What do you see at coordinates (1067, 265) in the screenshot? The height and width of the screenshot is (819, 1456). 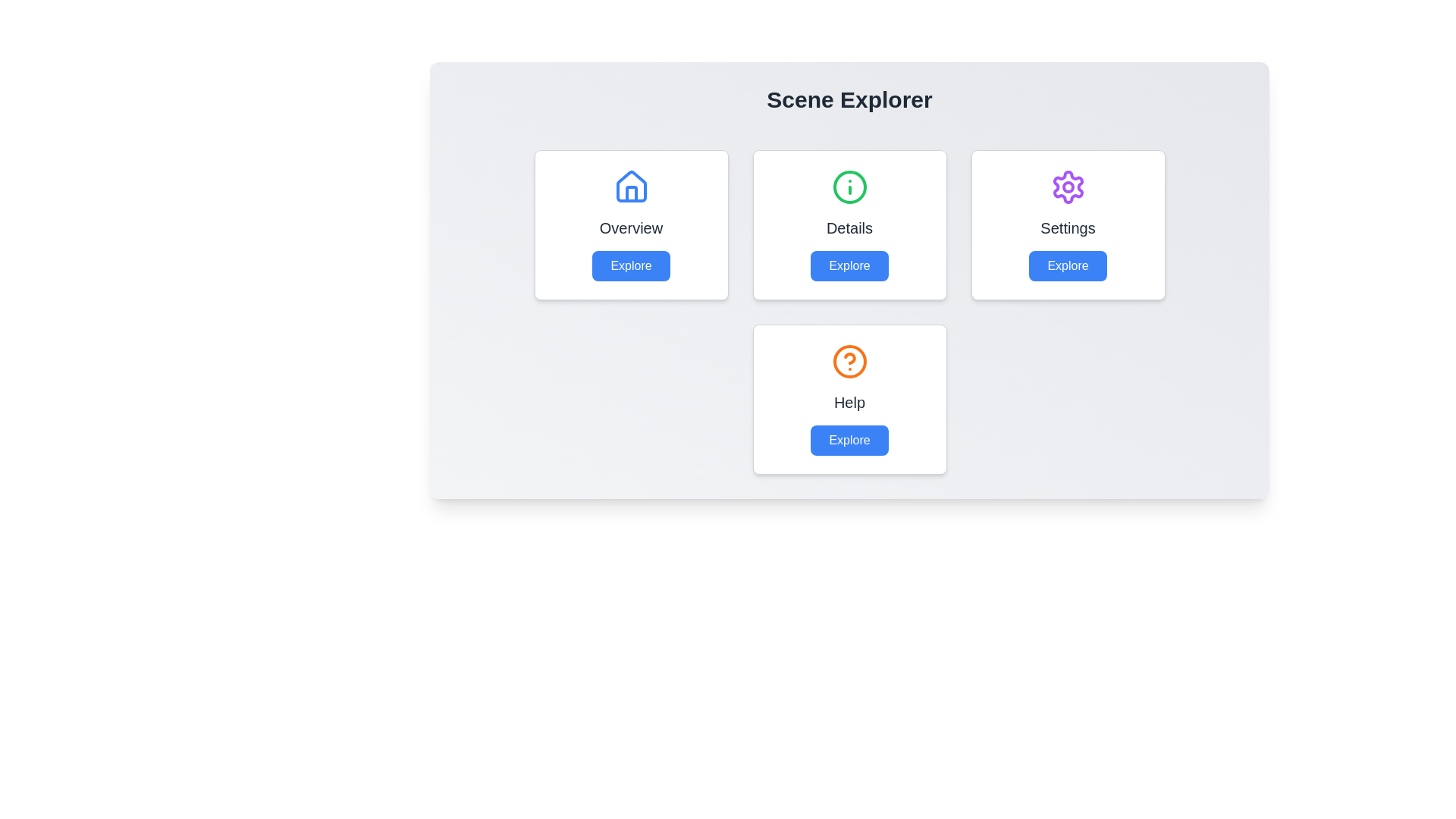 I see `the 'Settings' button located in the third card from the left in the top row of the grid layout` at bounding box center [1067, 265].